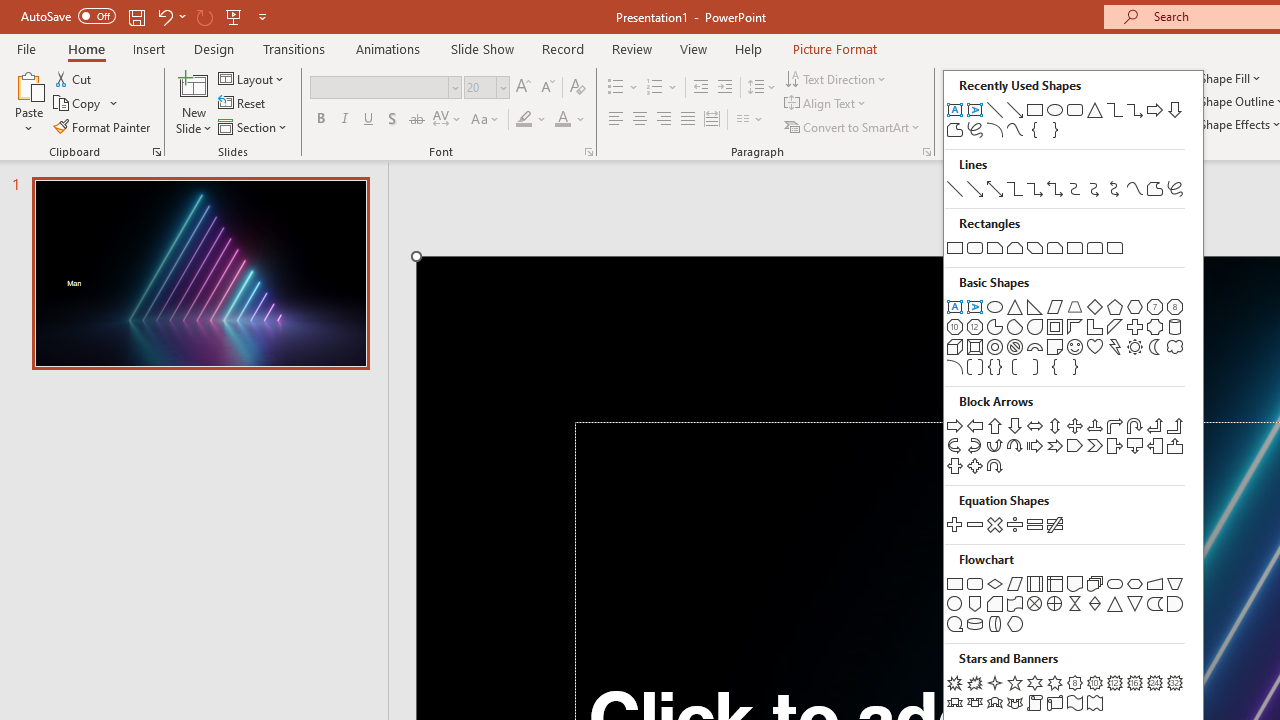 This screenshot has width=1280, height=720. I want to click on 'Design', so click(214, 48).